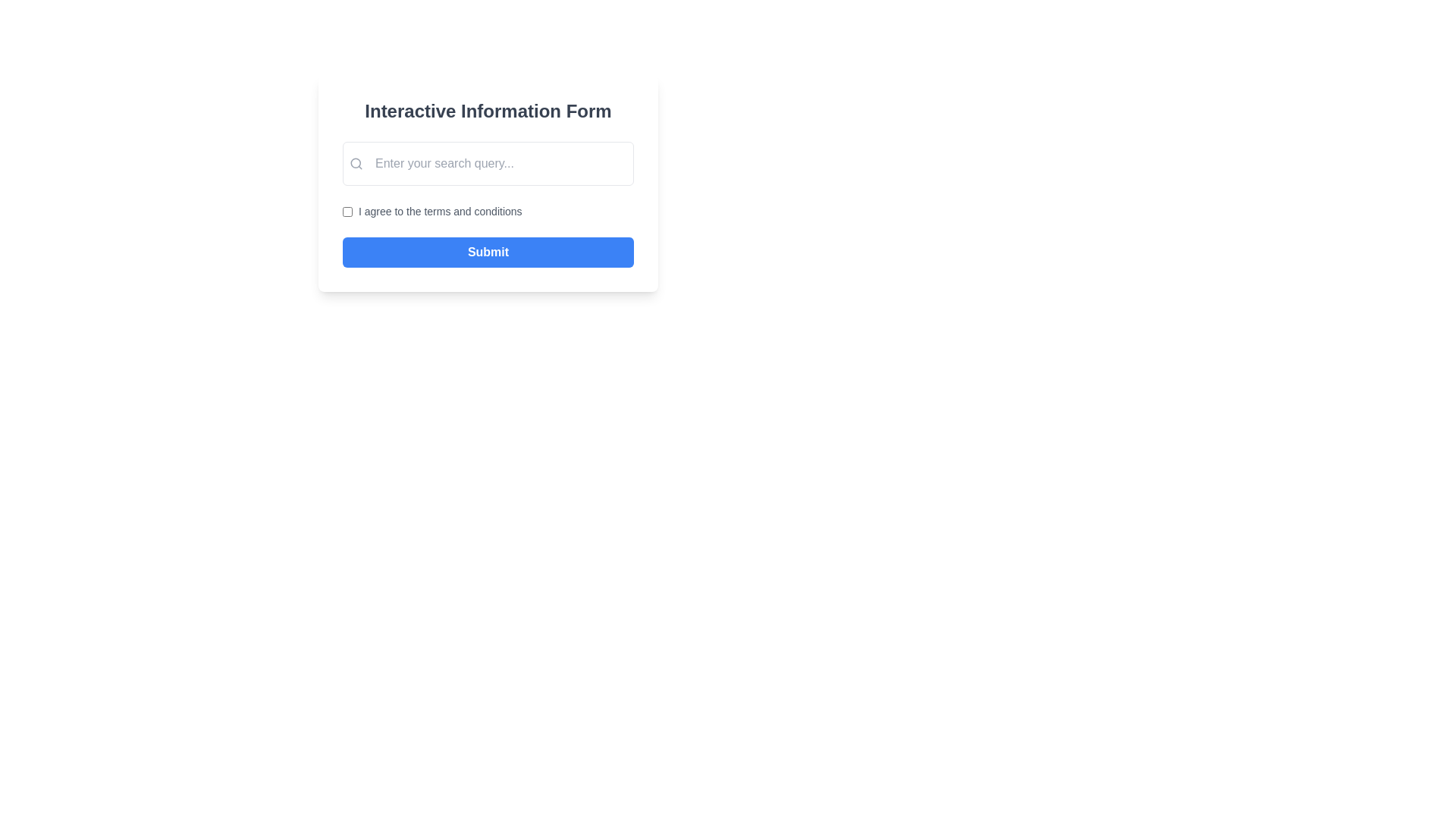 This screenshot has width=1456, height=819. What do you see at coordinates (347, 211) in the screenshot?
I see `the Checkbox UI Control` at bounding box center [347, 211].